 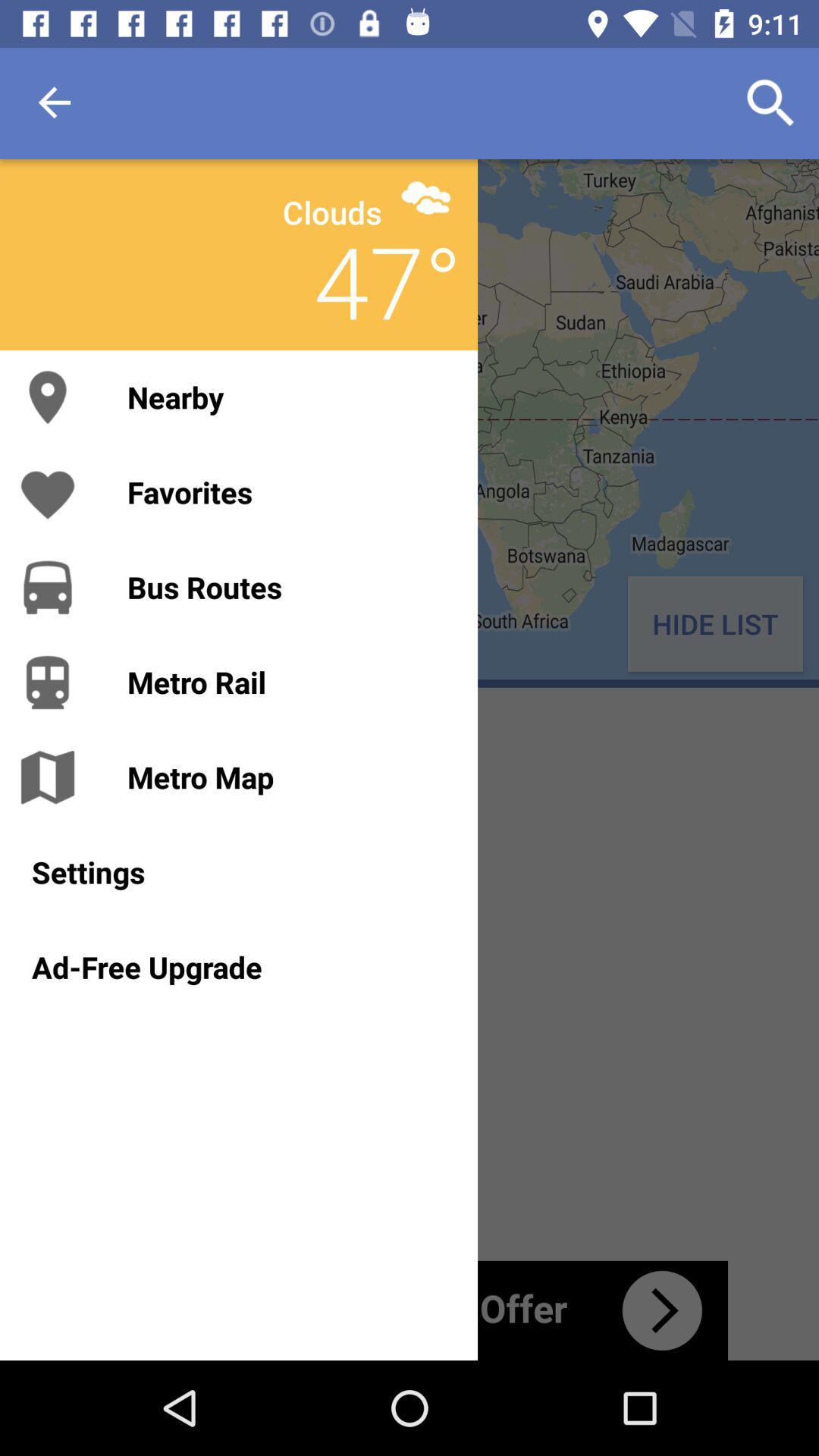 I want to click on metro map icon, so click(x=287, y=777).